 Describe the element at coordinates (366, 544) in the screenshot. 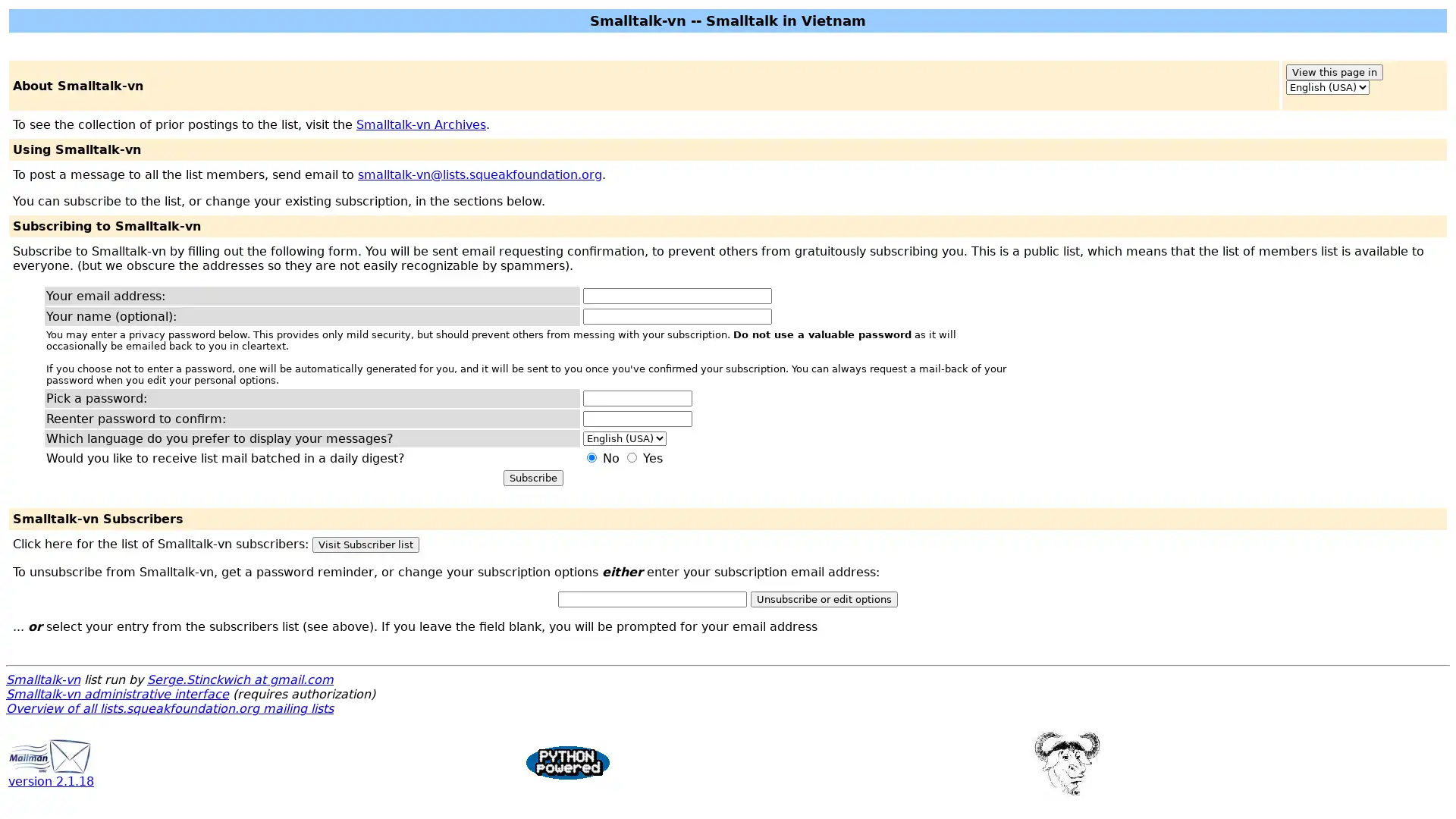

I see `Visit Subscriber list` at that location.